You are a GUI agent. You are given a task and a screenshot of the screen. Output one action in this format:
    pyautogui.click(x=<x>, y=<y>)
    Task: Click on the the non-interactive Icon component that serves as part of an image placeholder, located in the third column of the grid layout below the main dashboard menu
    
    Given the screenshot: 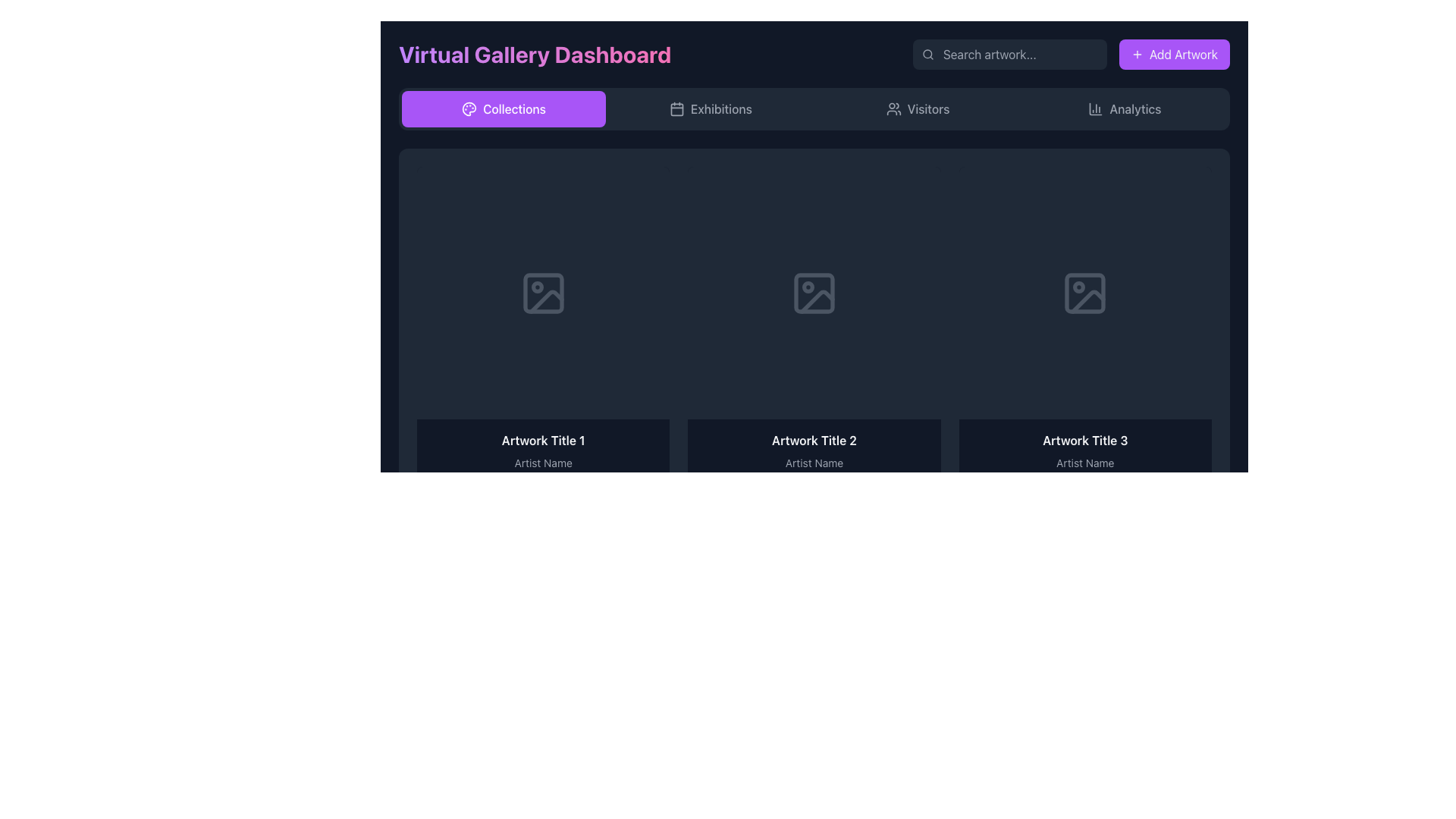 What is the action you would take?
    pyautogui.click(x=1084, y=293)
    